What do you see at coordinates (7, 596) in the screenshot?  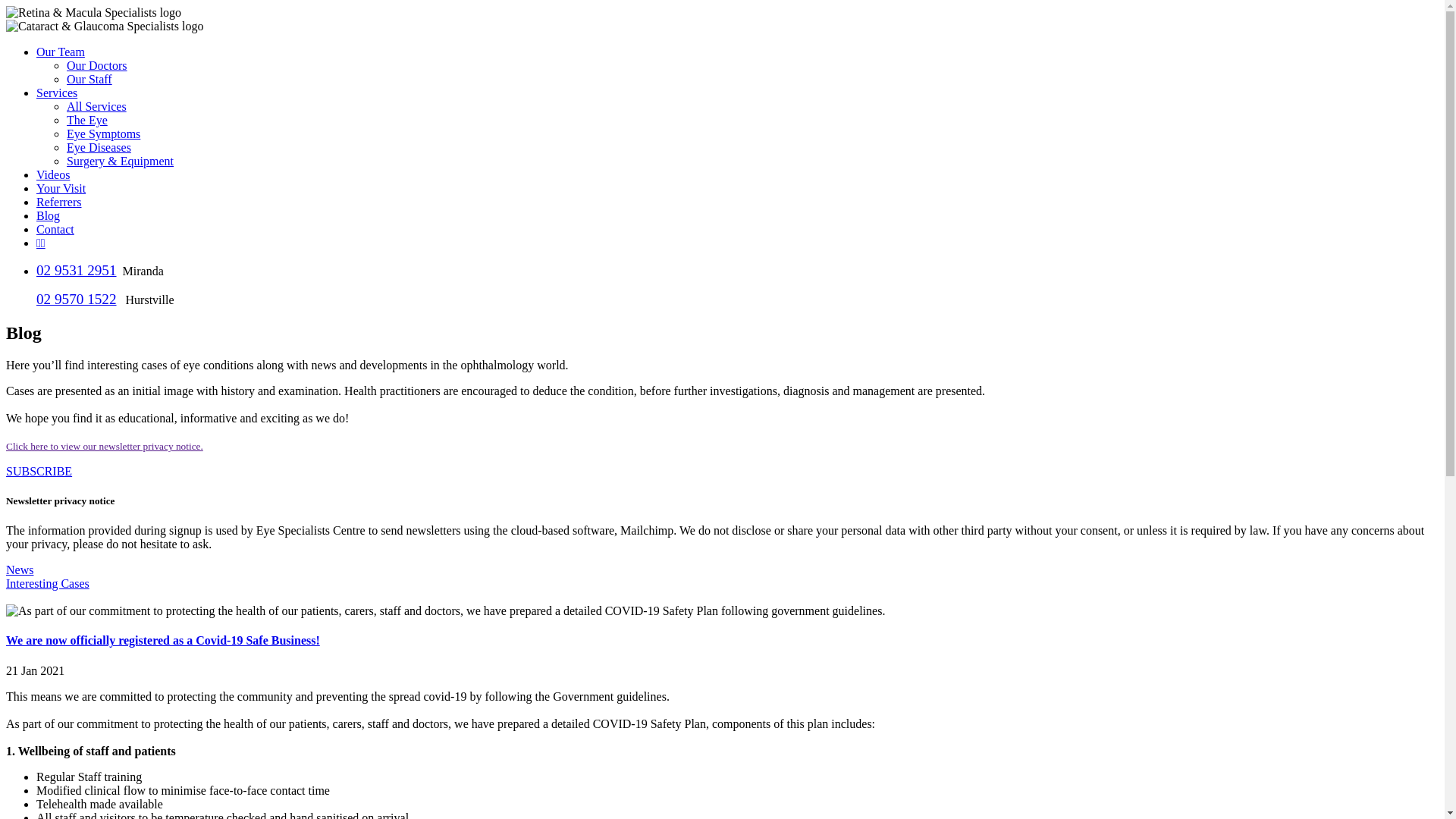 I see `' '` at bounding box center [7, 596].